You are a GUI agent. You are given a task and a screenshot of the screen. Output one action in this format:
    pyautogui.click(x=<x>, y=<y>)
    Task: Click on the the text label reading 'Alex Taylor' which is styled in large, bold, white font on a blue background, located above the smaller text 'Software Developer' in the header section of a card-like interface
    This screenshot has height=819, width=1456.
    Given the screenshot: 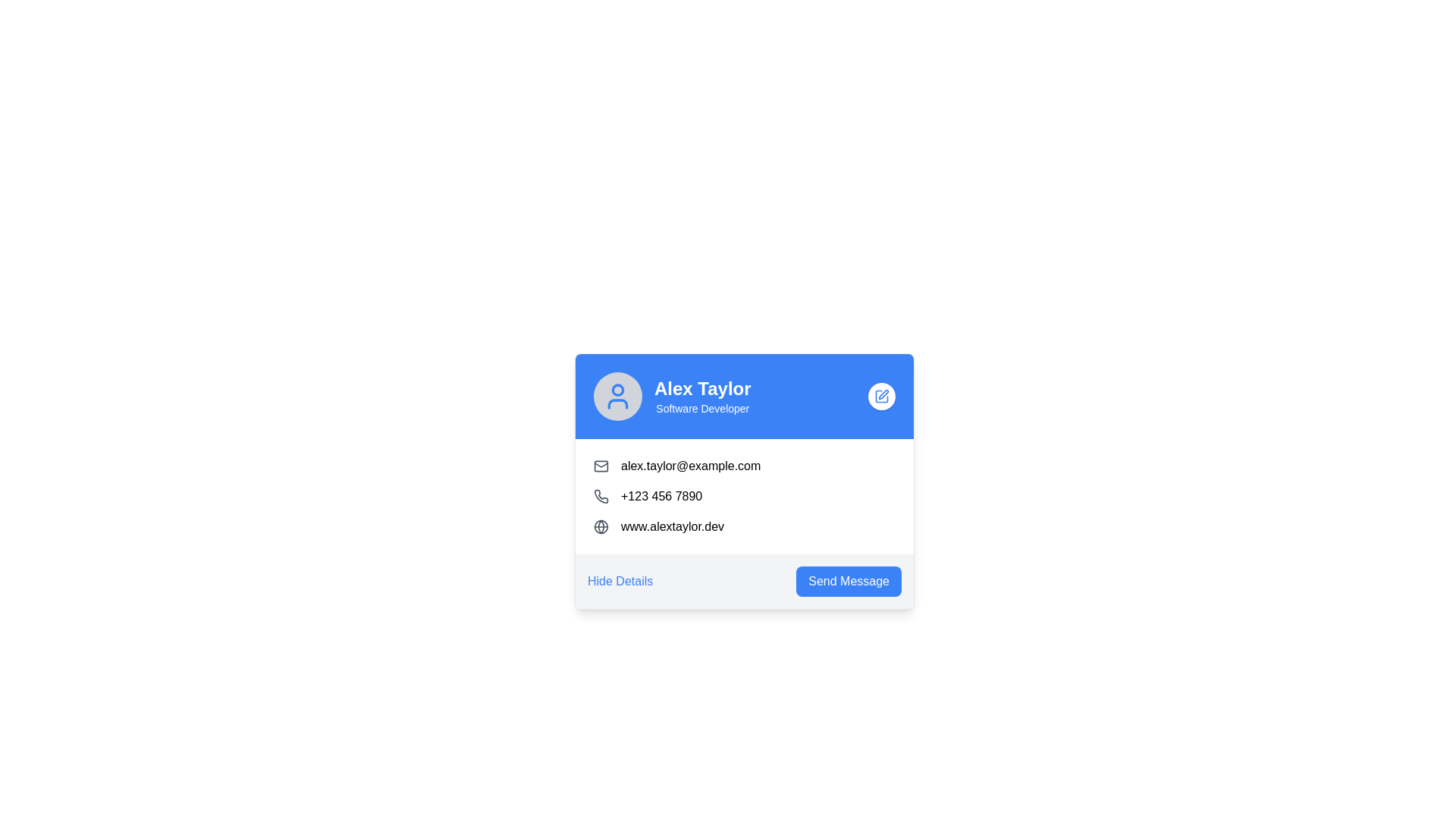 What is the action you would take?
    pyautogui.click(x=701, y=388)
    